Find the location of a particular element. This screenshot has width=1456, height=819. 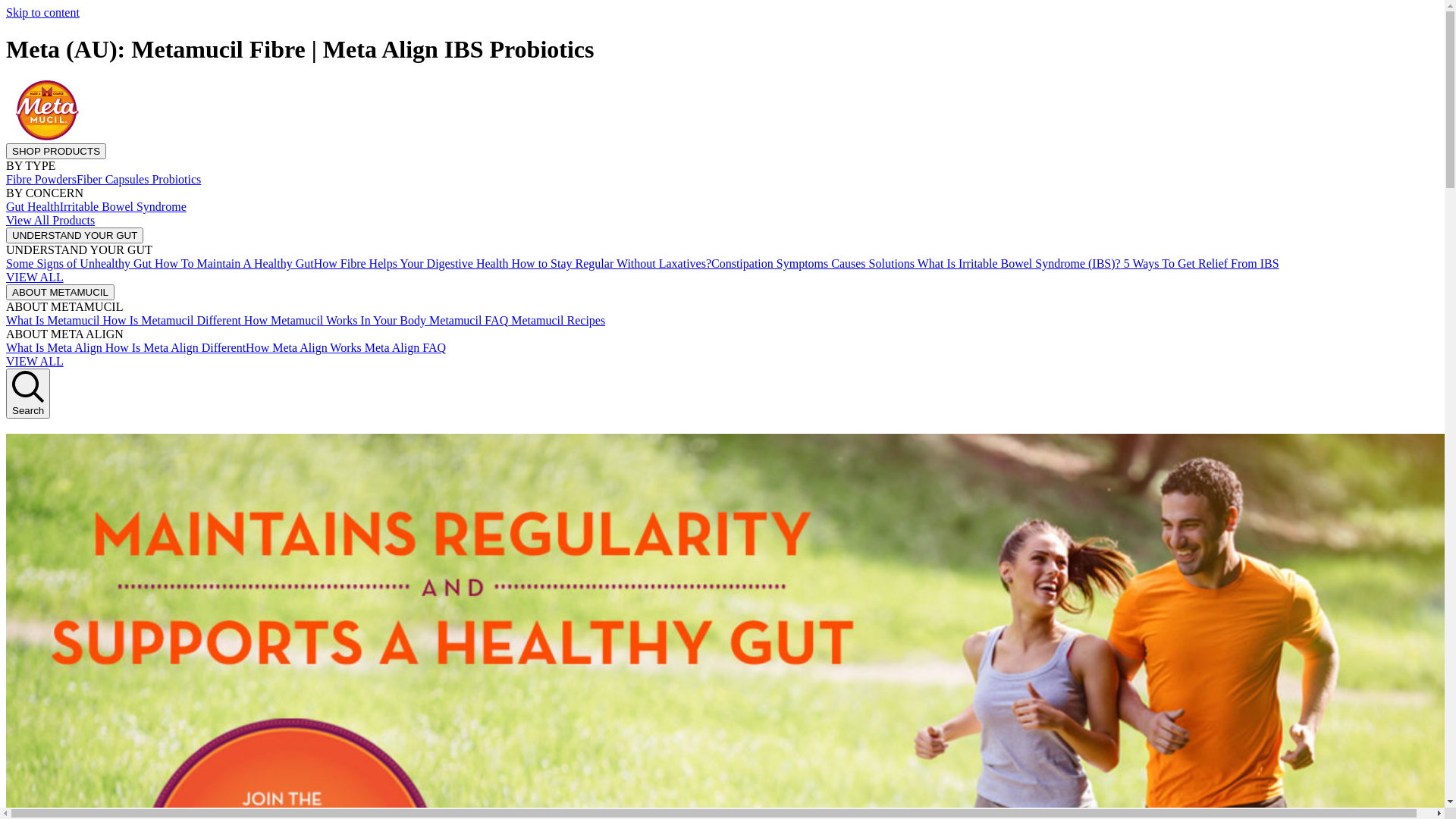

'How Metamucil Works In Your Body' is located at coordinates (240, 319).